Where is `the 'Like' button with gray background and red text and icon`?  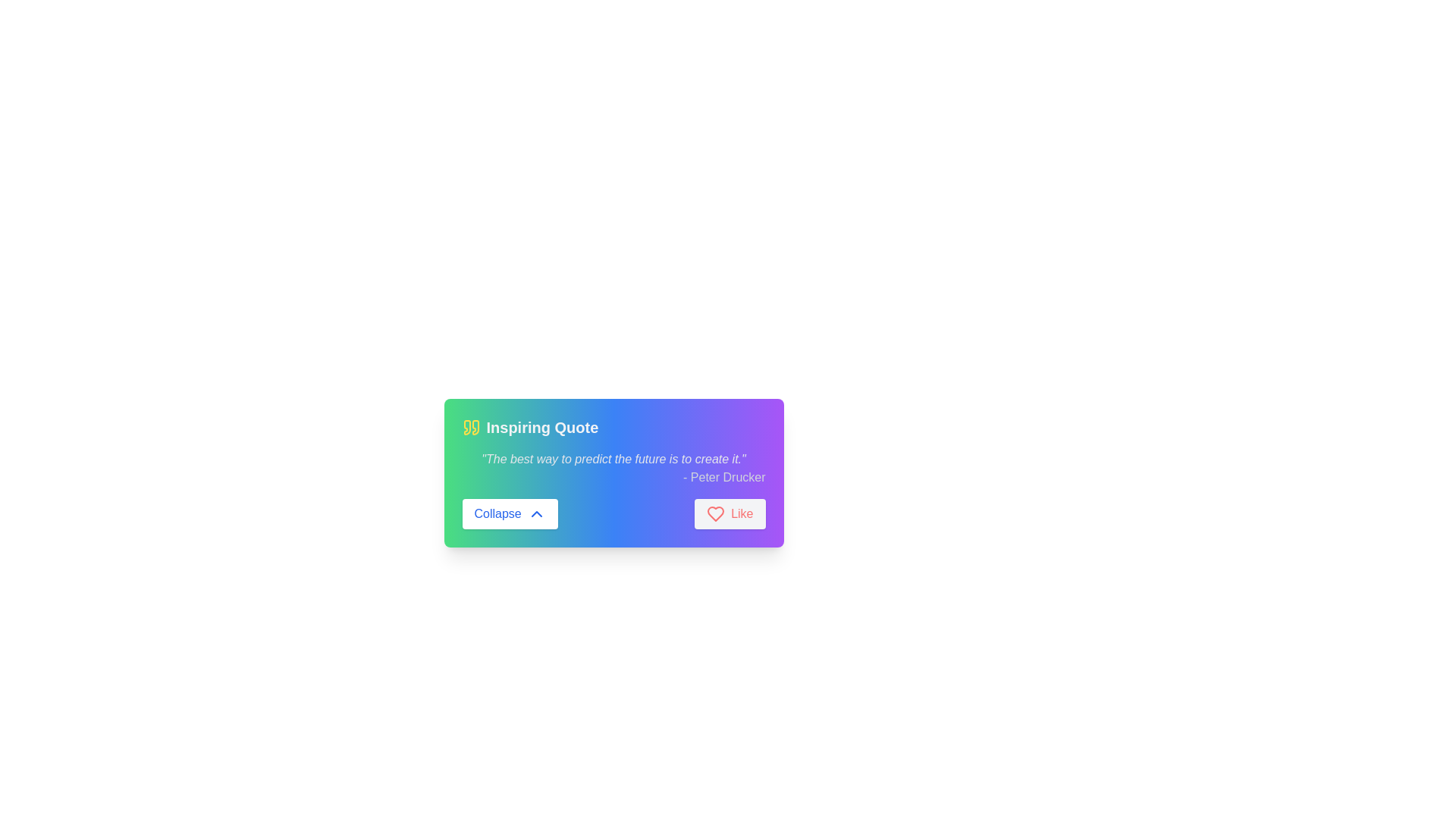 the 'Like' button with gray background and red text and icon is located at coordinates (730, 513).